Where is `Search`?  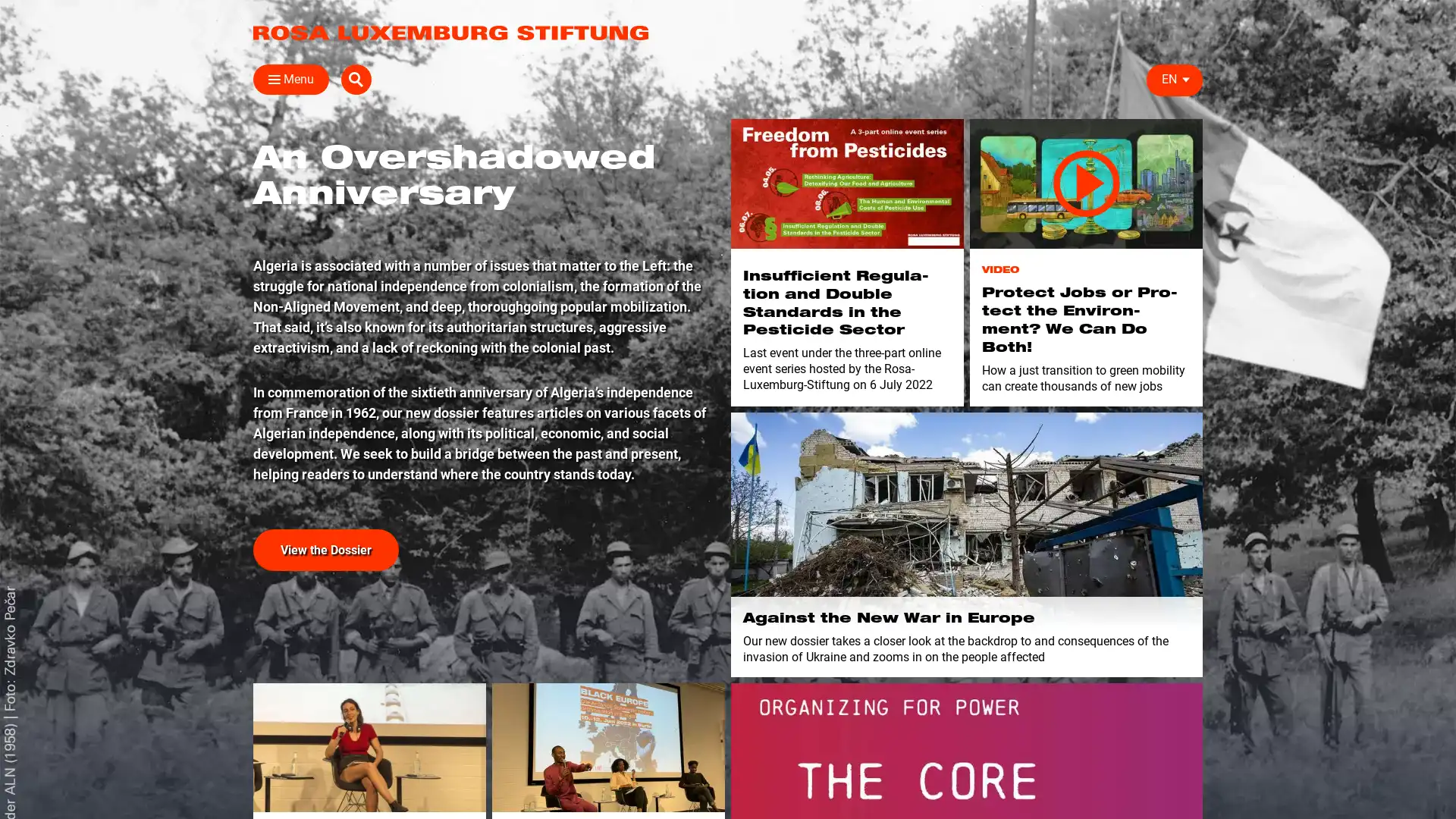 Search is located at coordinates (971, 115).